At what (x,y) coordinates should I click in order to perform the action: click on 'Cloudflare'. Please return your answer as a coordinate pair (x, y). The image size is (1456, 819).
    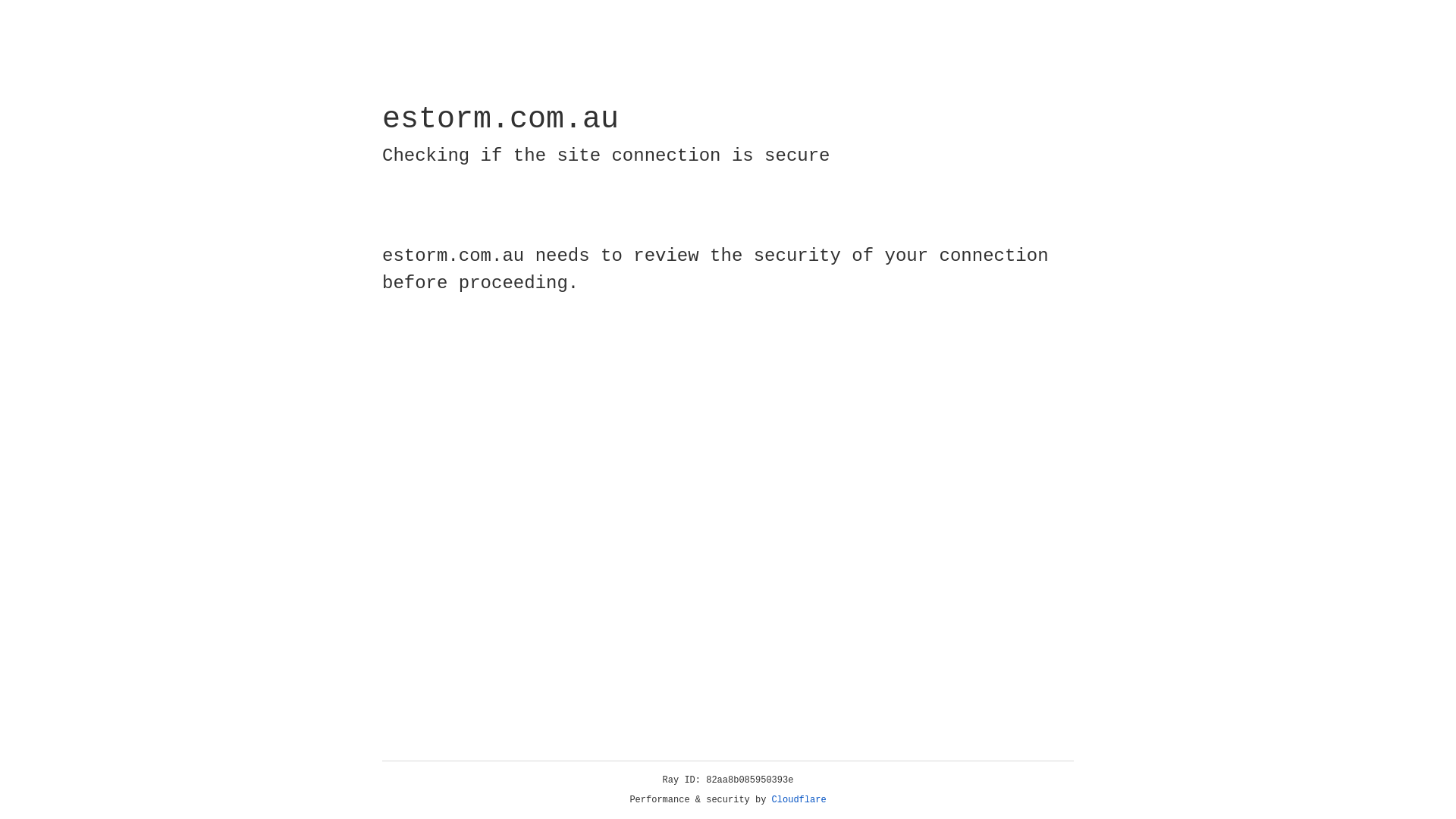
    Looking at the image, I should click on (771, 799).